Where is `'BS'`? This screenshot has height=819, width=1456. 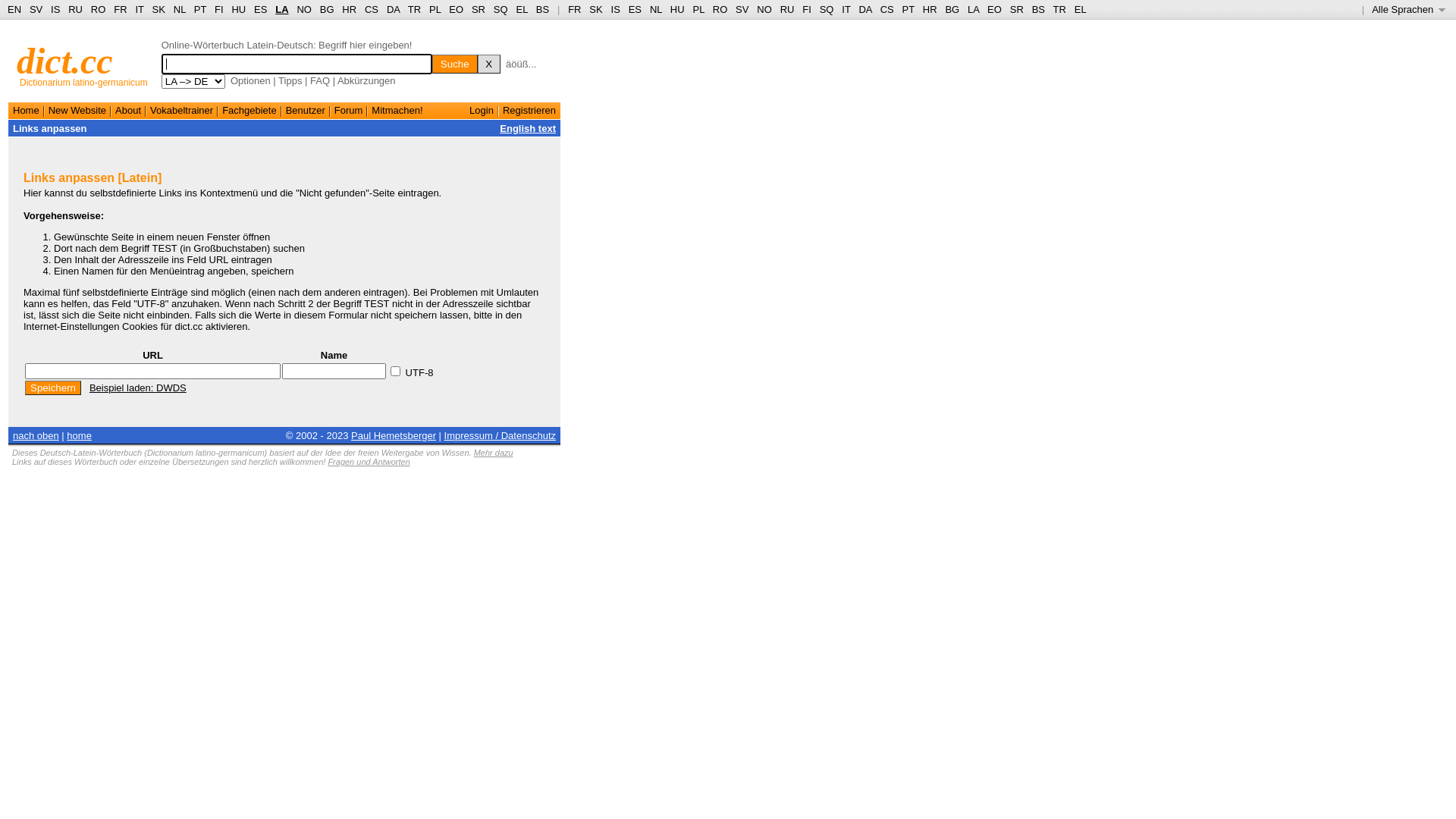
'BS' is located at coordinates (1031, 9).